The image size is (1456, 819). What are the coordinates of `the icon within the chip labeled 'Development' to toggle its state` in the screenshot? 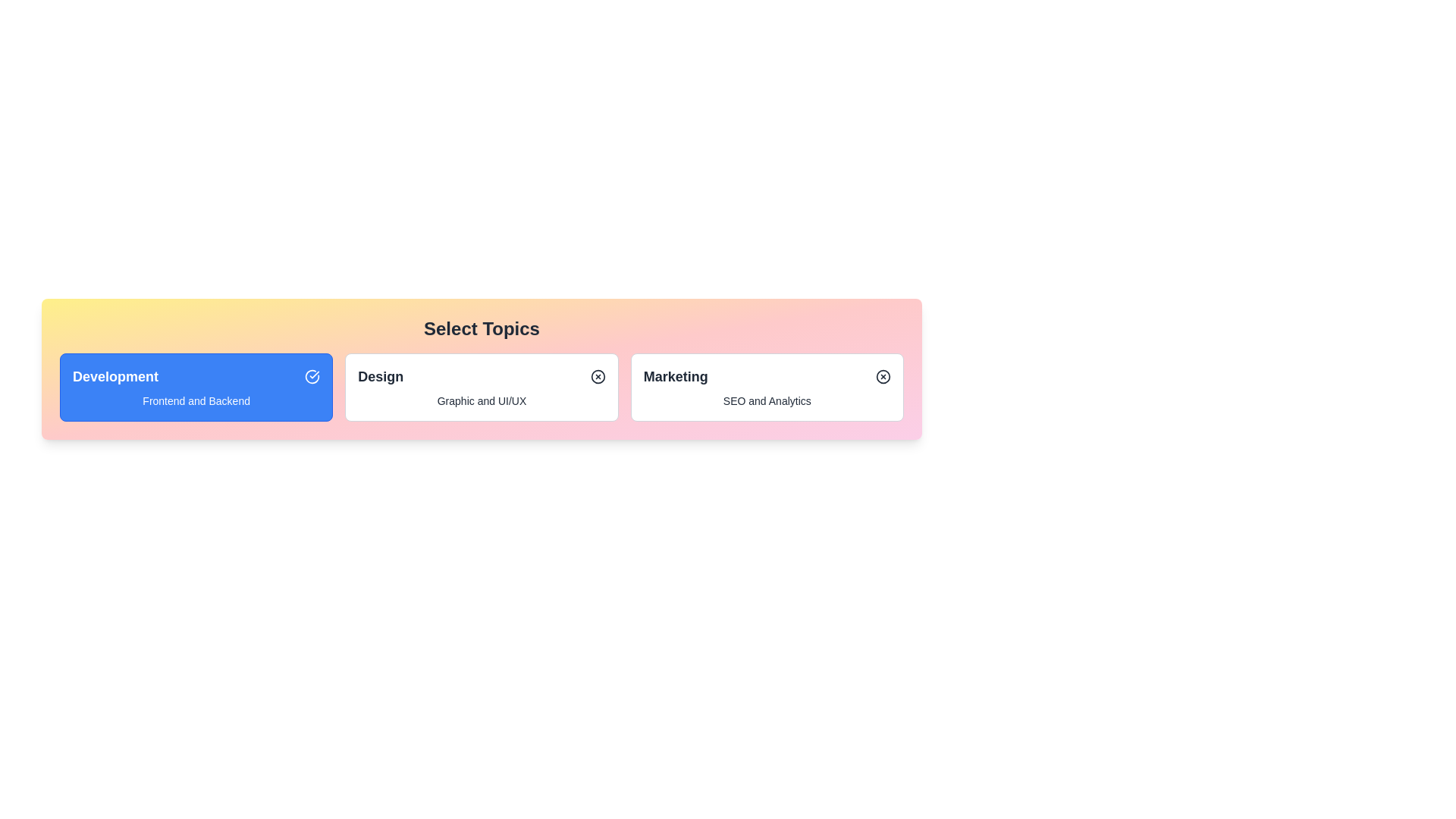 It's located at (312, 376).